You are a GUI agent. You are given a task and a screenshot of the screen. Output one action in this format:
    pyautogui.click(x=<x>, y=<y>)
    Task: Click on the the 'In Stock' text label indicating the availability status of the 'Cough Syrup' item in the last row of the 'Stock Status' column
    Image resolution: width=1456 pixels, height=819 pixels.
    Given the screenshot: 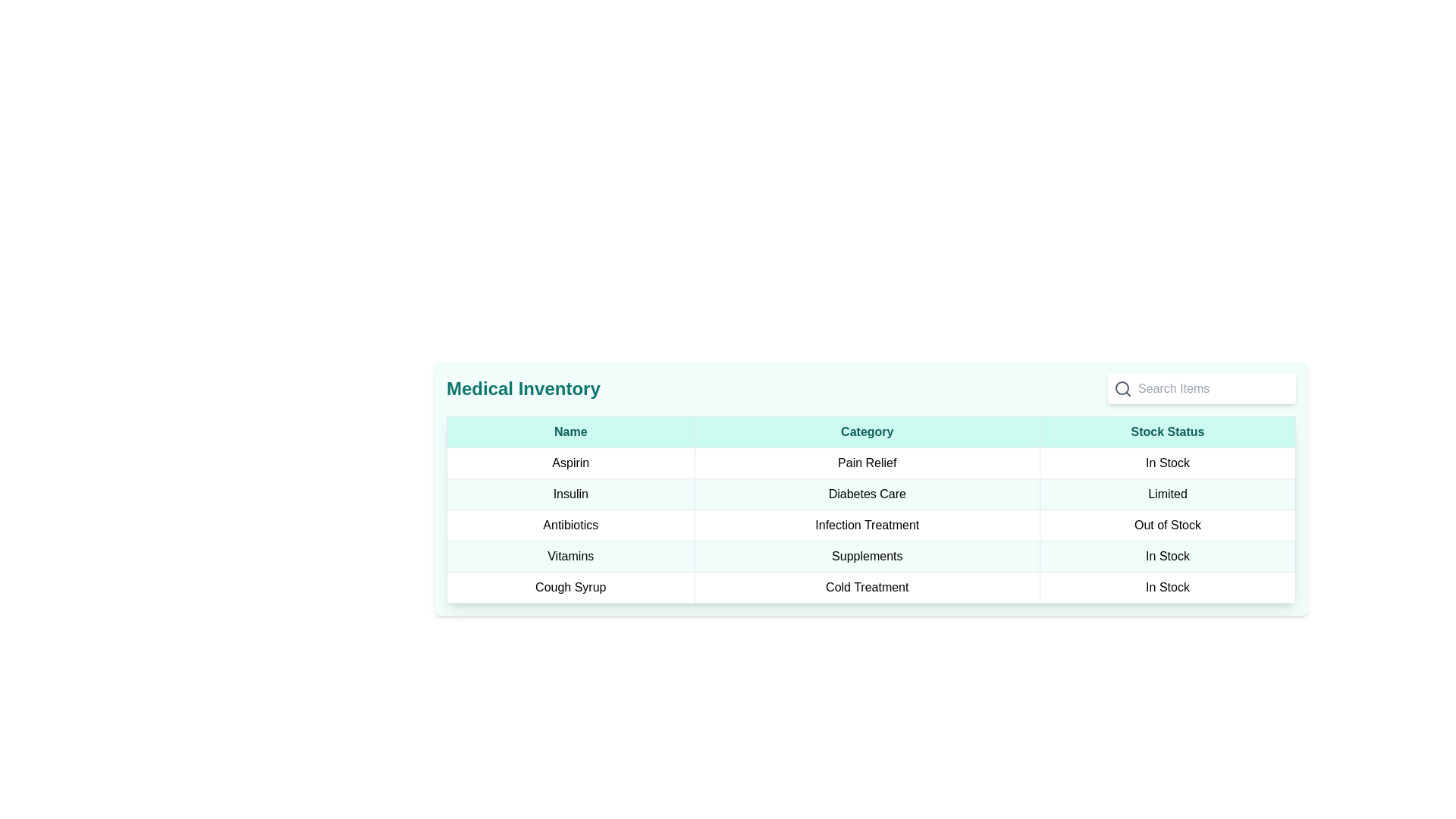 What is the action you would take?
    pyautogui.click(x=1167, y=587)
    